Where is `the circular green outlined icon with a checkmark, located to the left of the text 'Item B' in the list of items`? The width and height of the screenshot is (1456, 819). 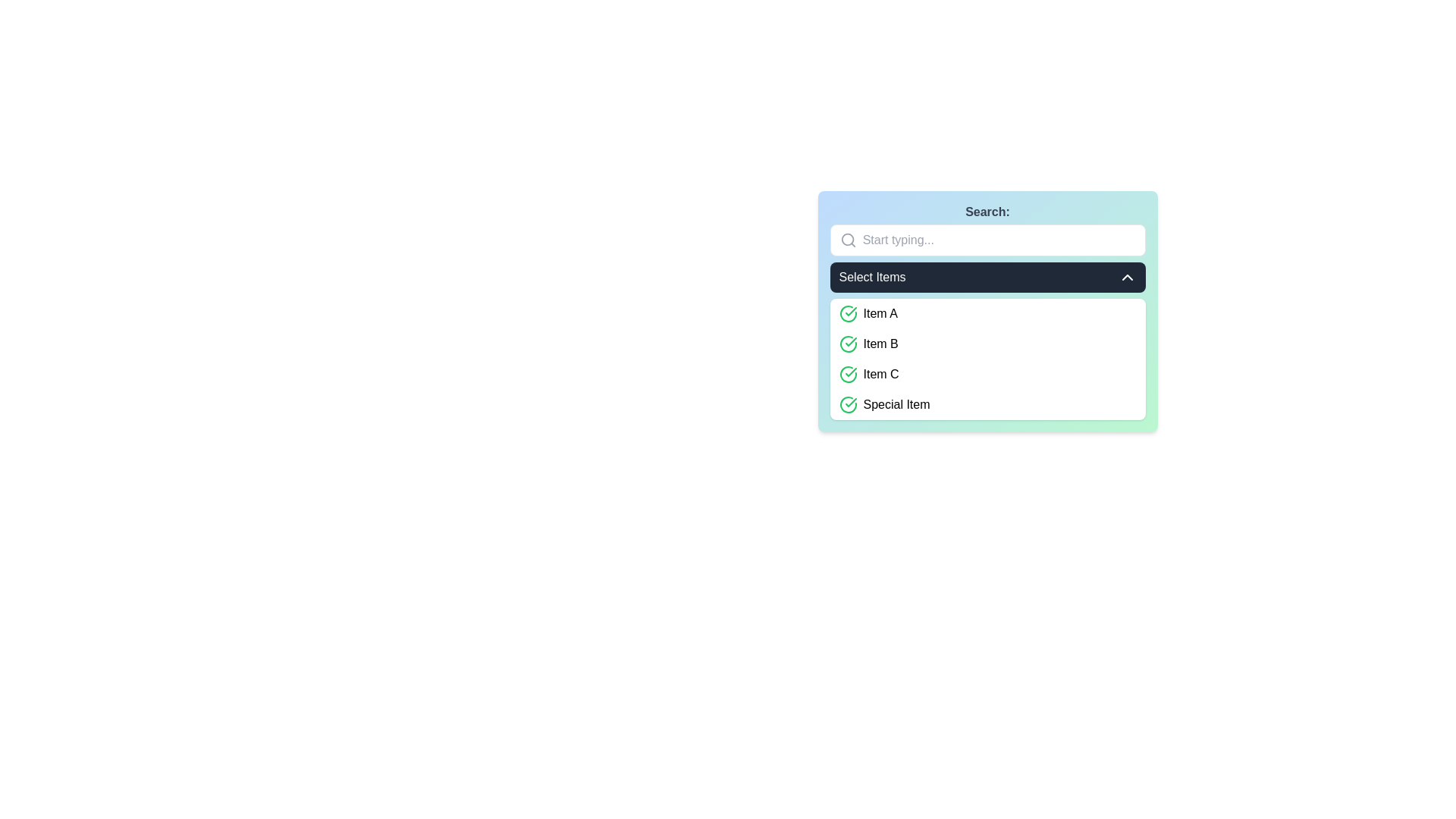
the circular green outlined icon with a checkmark, located to the left of the text 'Item B' in the list of items is located at coordinates (847, 344).